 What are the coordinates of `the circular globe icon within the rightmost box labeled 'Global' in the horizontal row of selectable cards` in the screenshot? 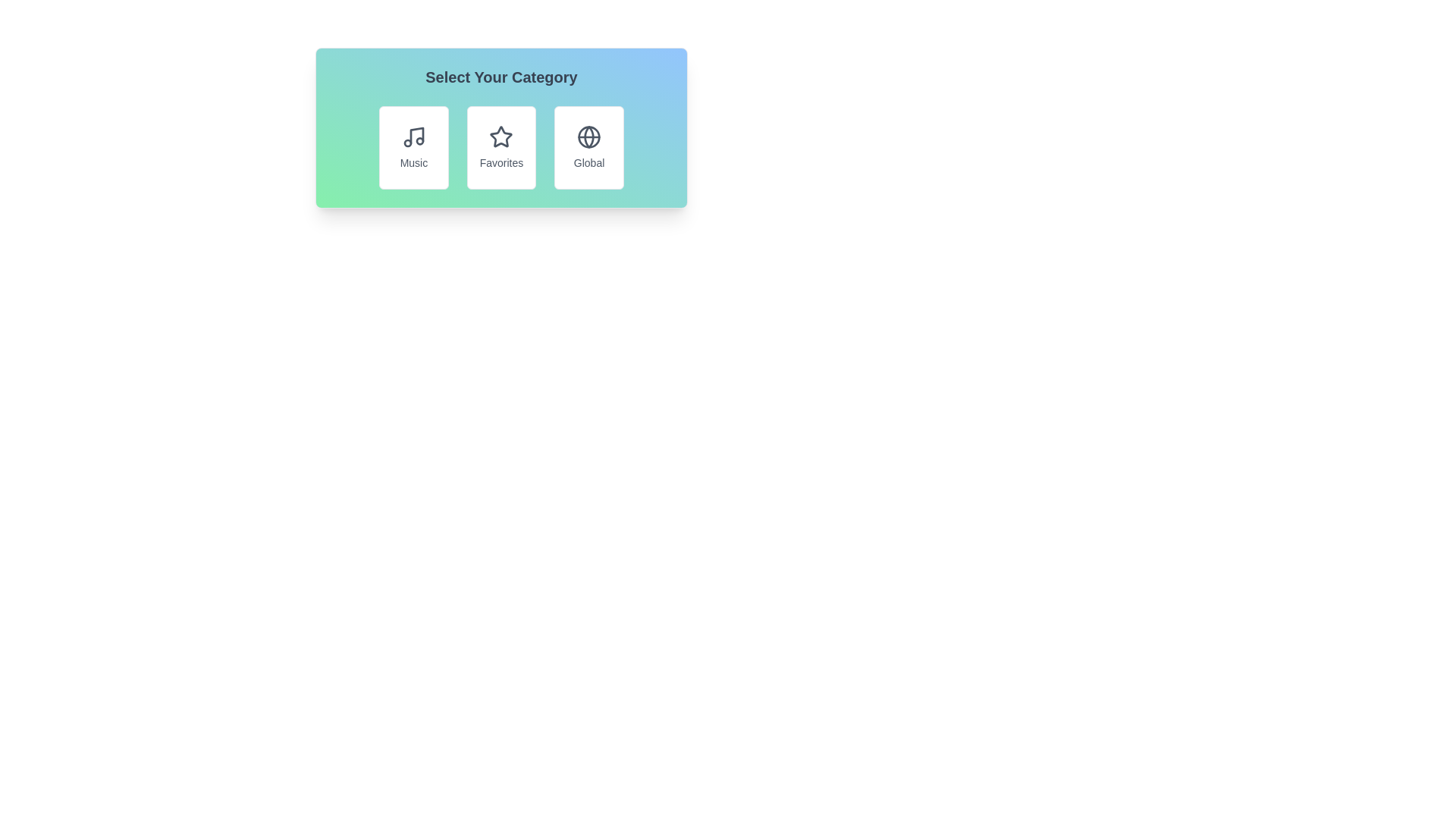 It's located at (588, 137).